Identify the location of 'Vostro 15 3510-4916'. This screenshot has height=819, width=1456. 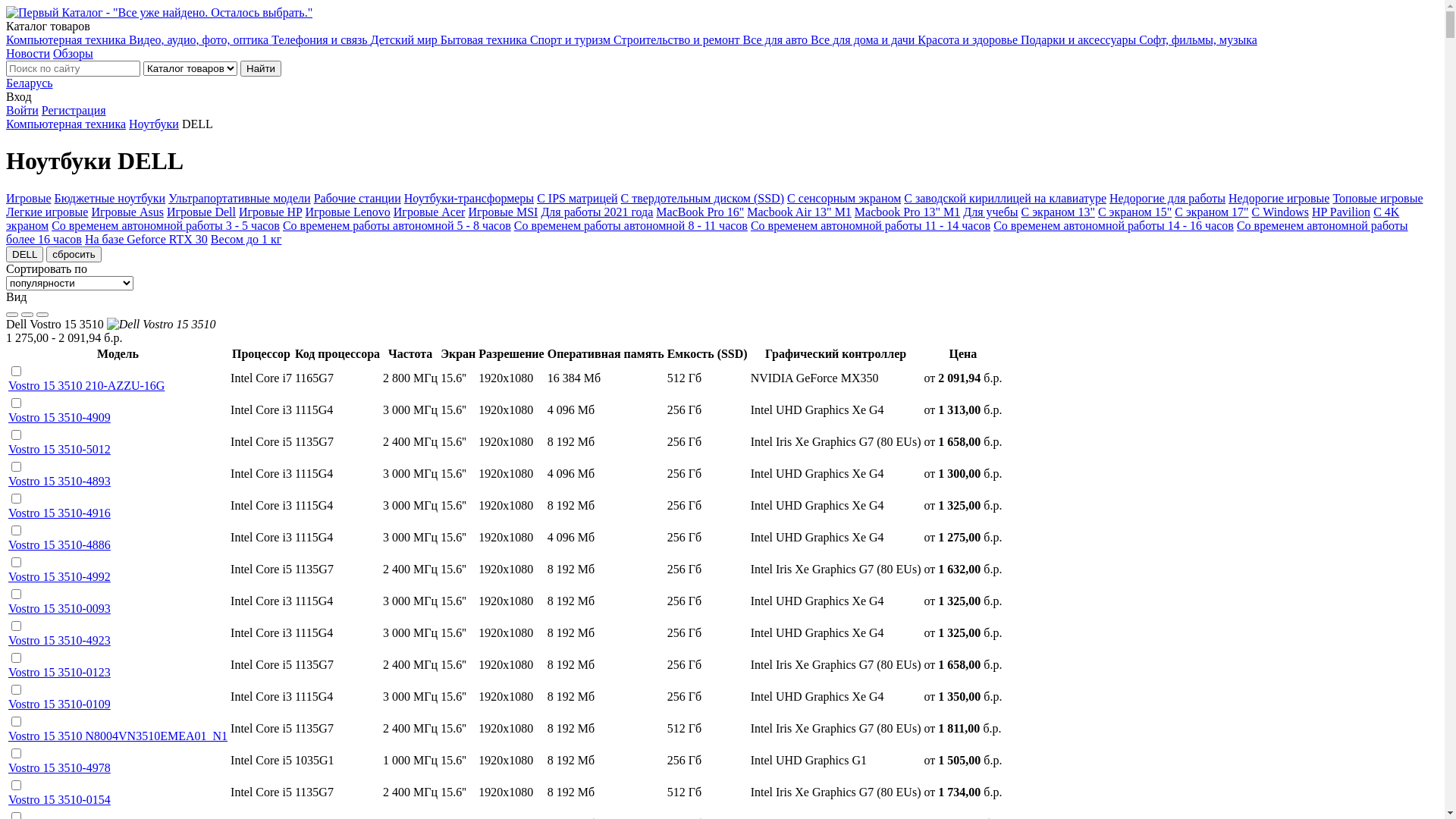
(59, 512).